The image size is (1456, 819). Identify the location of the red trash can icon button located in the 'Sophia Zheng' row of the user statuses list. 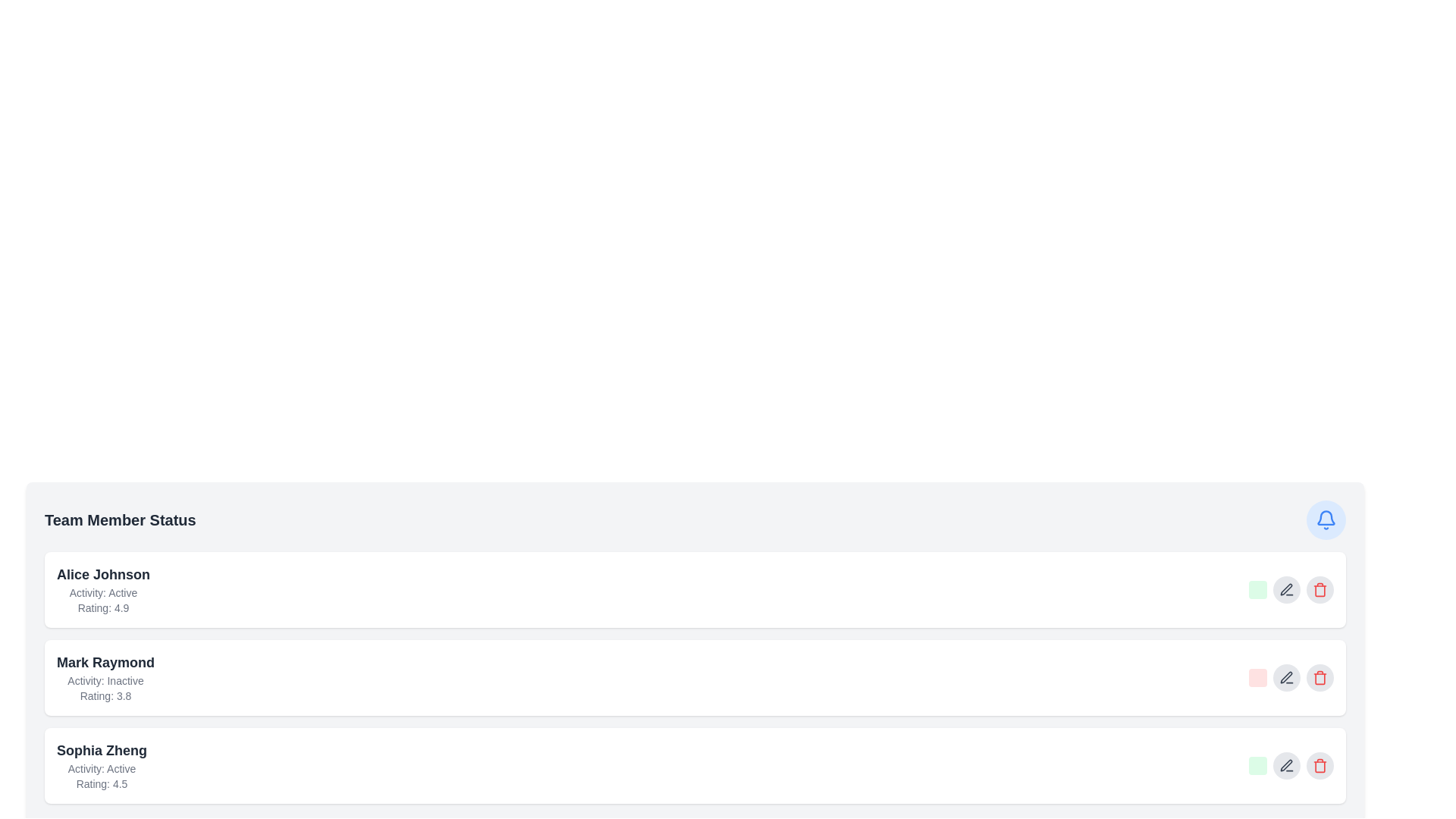
(1319, 766).